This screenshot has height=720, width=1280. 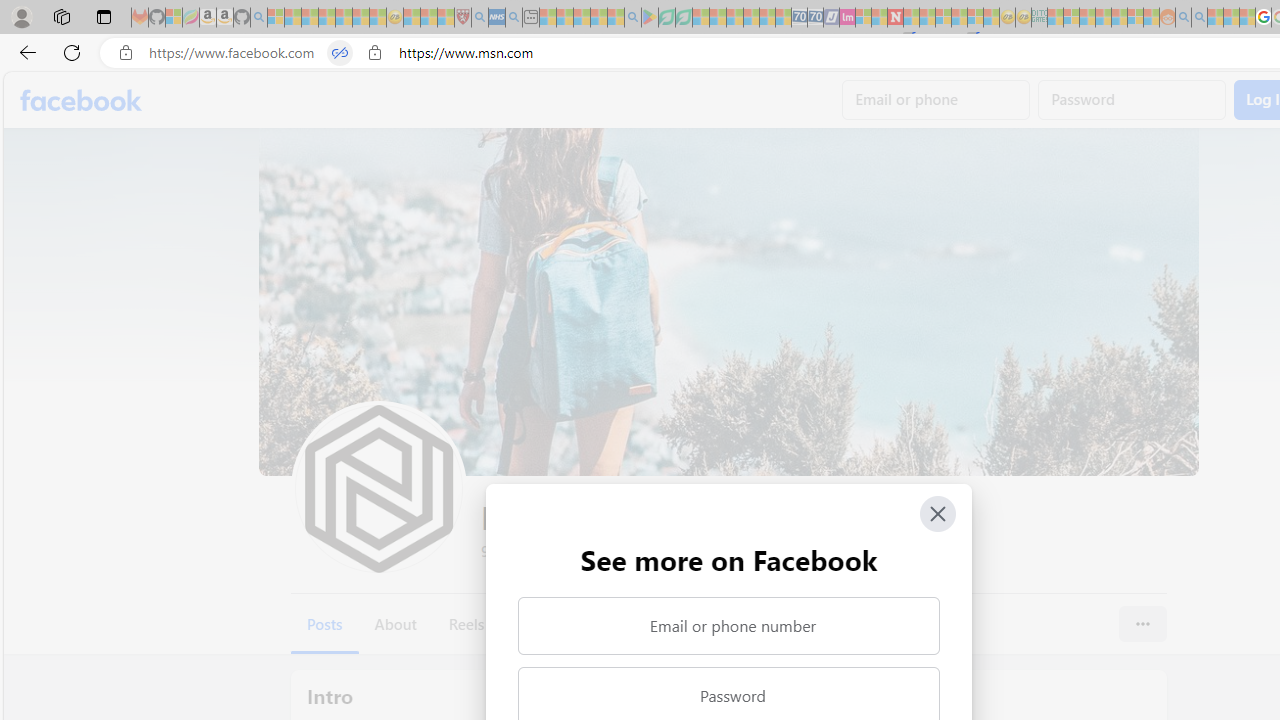 What do you see at coordinates (72, 51) in the screenshot?
I see `'Refresh'` at bounding box center [72, 51].